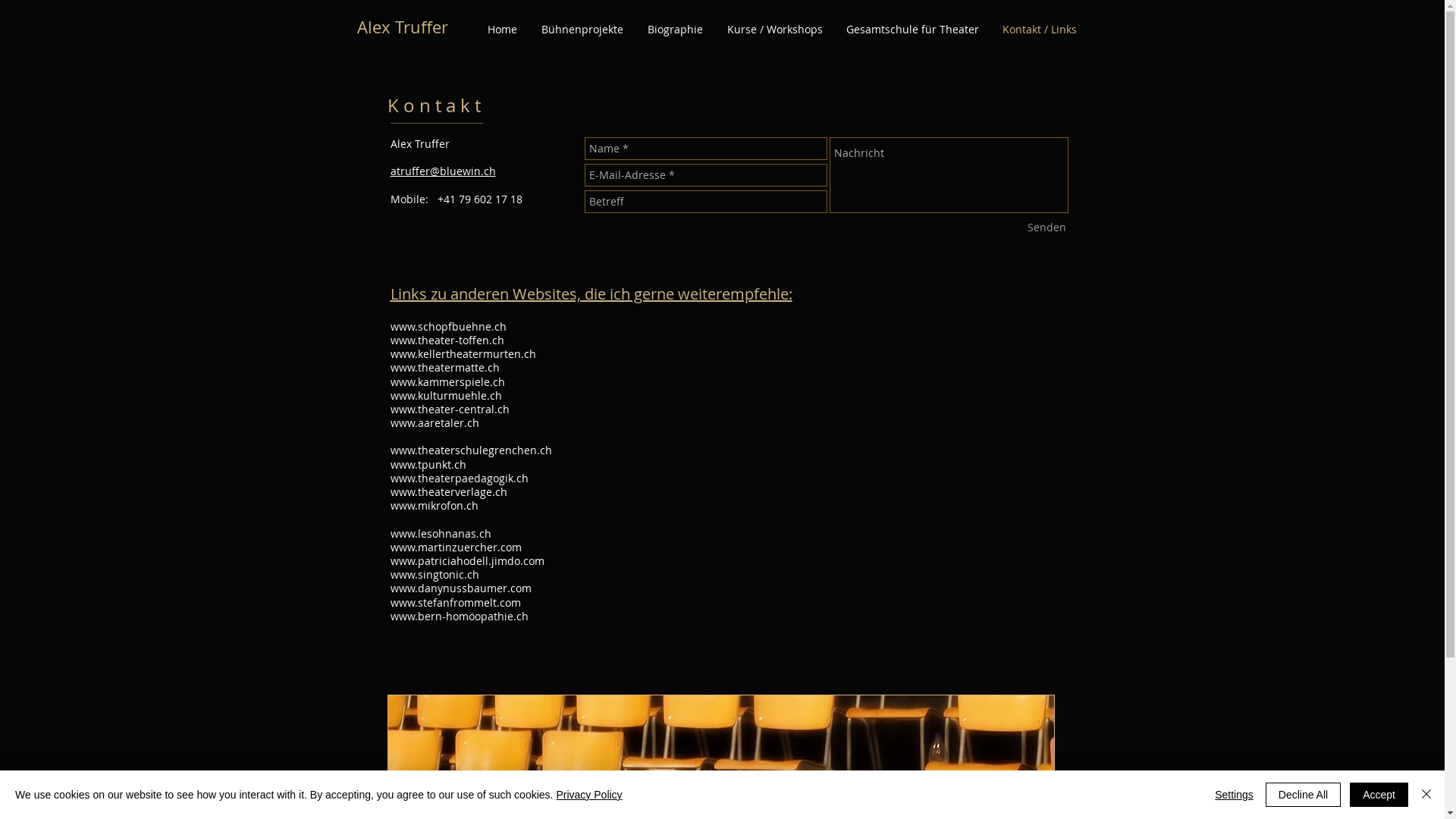  What do you see at coordinates (674, 29) in the screenshot?
I see `'Biographie'` at bounding box center [674, 29].